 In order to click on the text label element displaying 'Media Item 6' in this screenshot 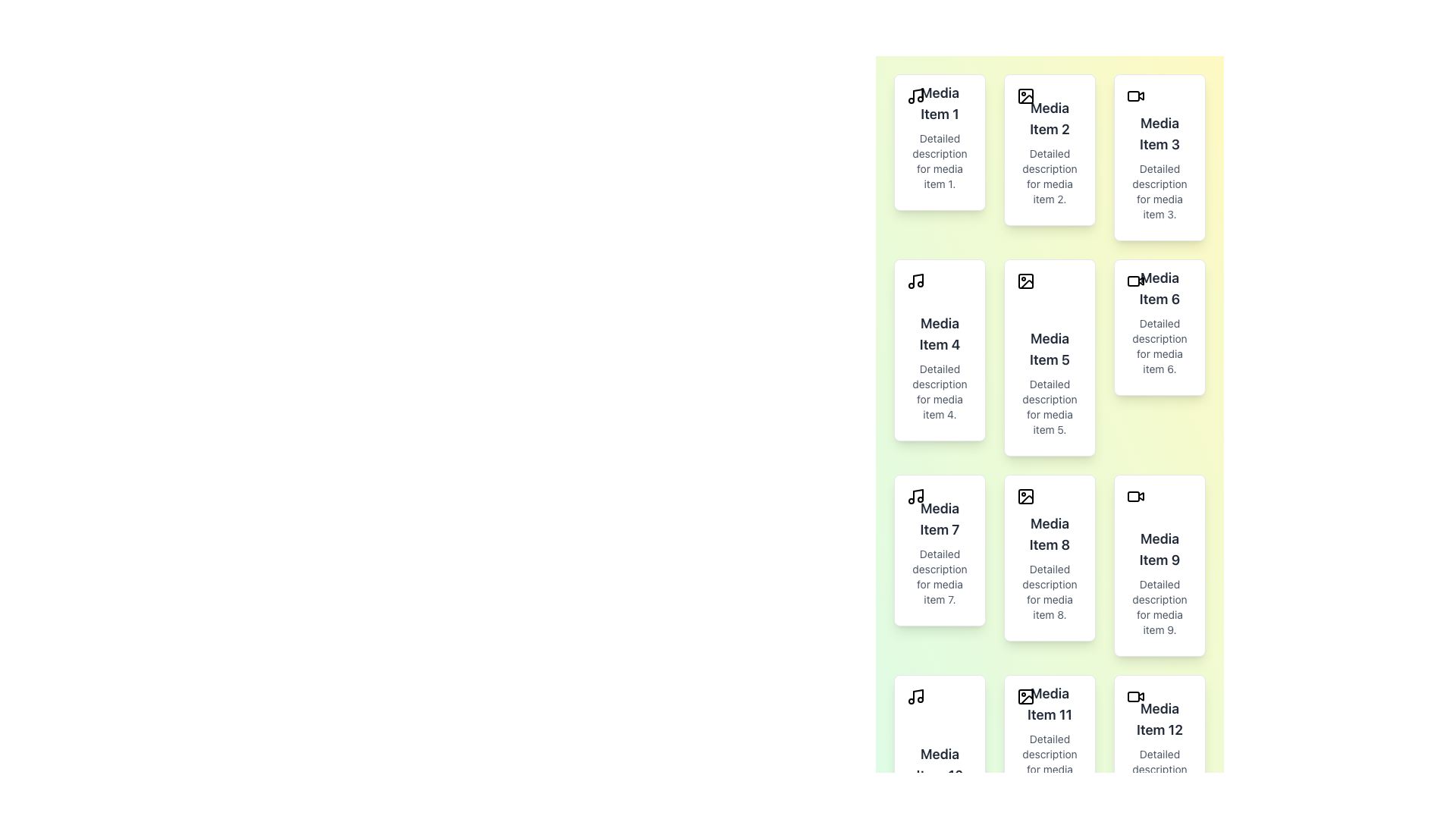, I will do `click(1159, 289)`.